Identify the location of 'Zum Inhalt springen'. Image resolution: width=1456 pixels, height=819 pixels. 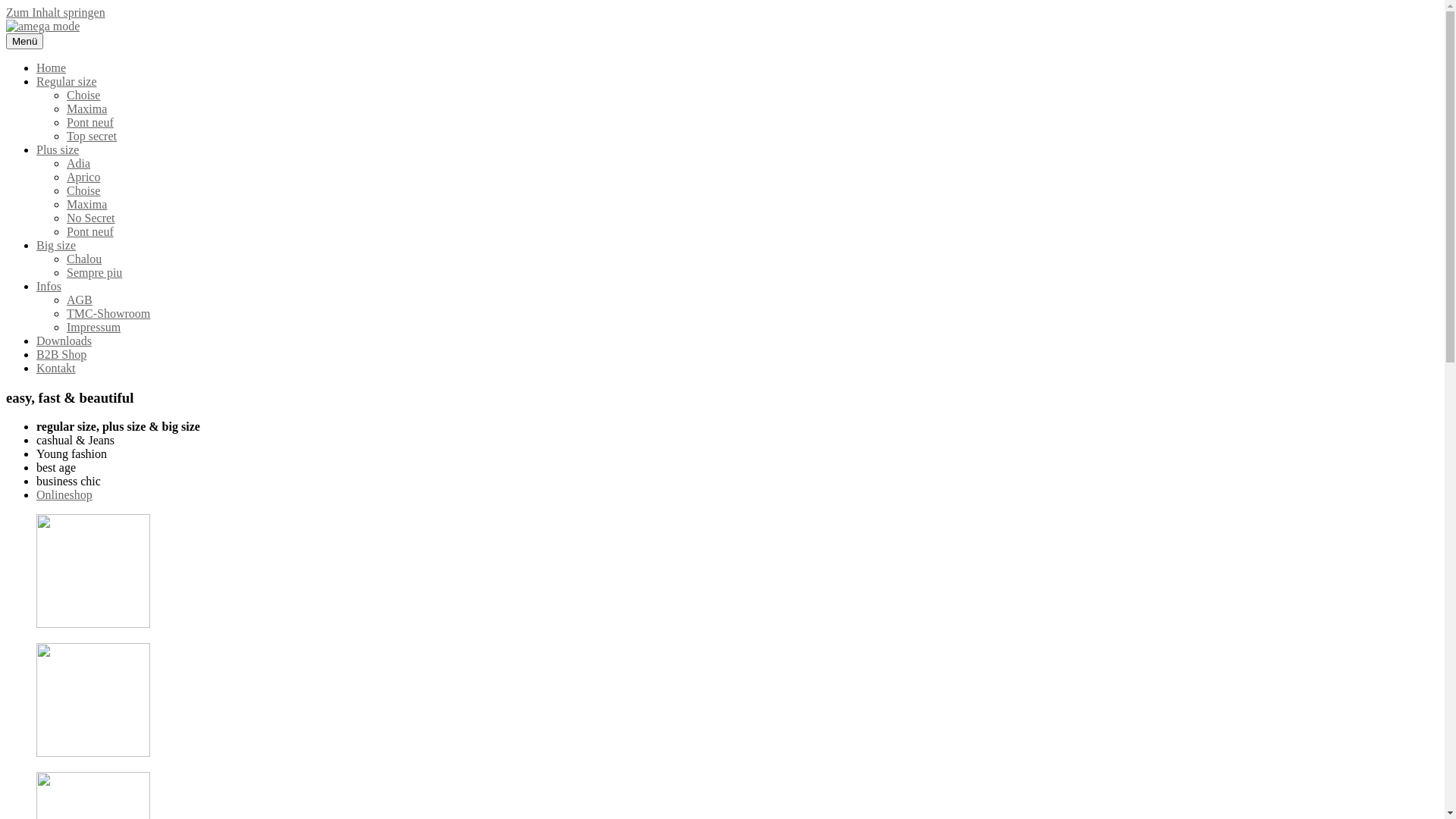
(55, 12).